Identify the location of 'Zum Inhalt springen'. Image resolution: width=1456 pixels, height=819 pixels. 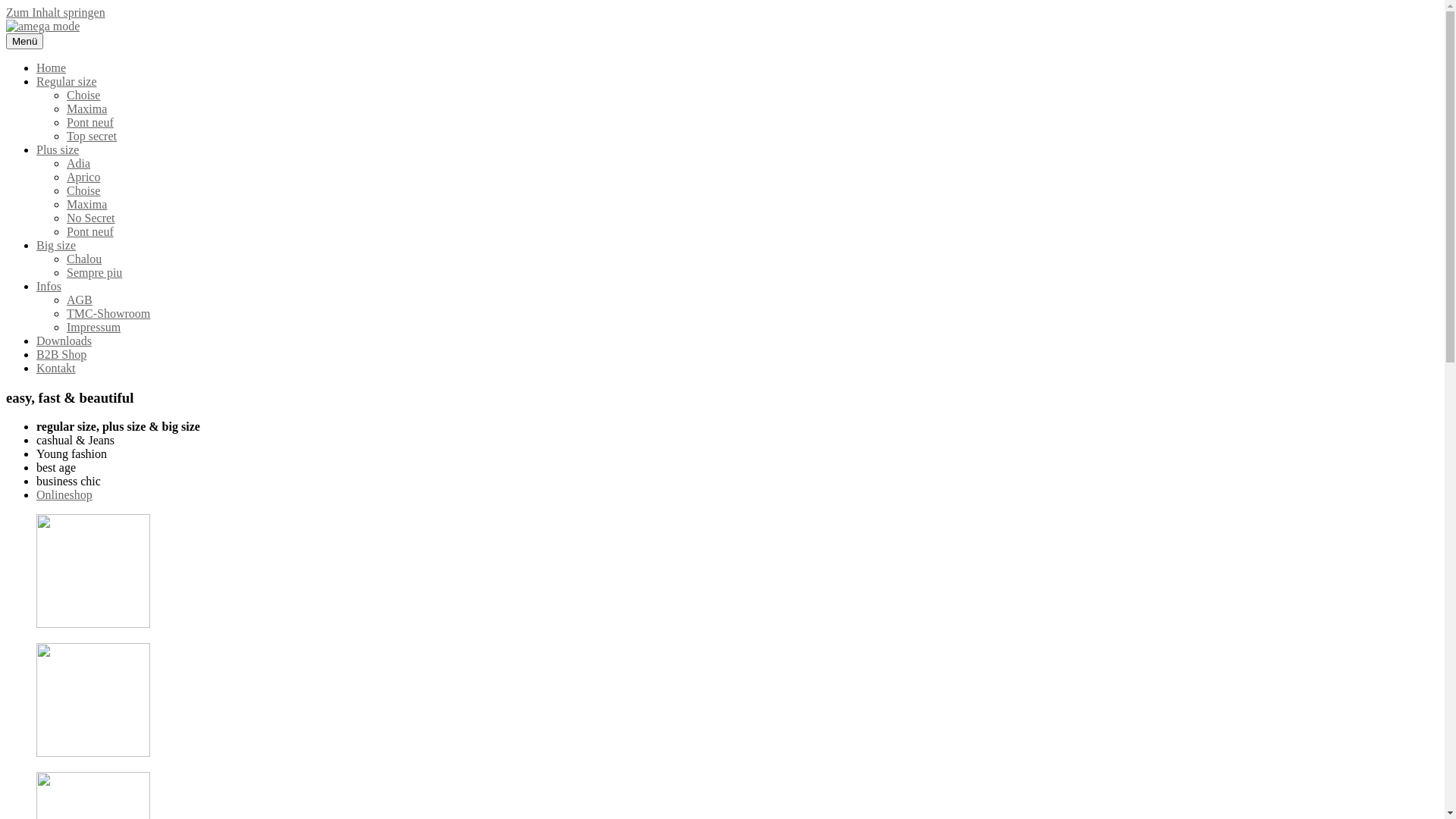
(55, 12).